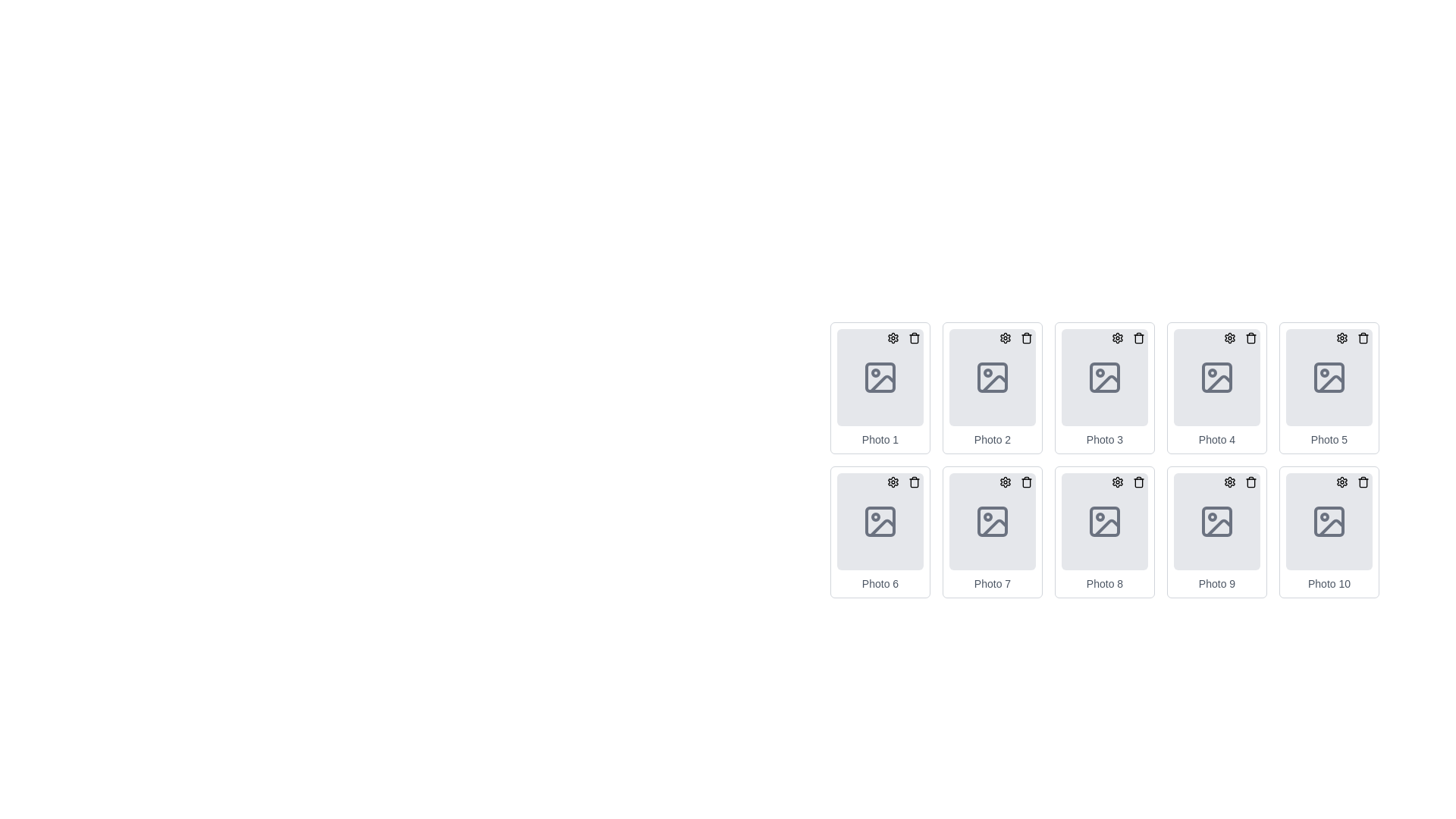 Image resolution: width=1456 pixels, height=819 pixels. I want to click on the image placeholder SVG icon located in the ninth position of the grid (second row, fourth column), so click(1216, 520).